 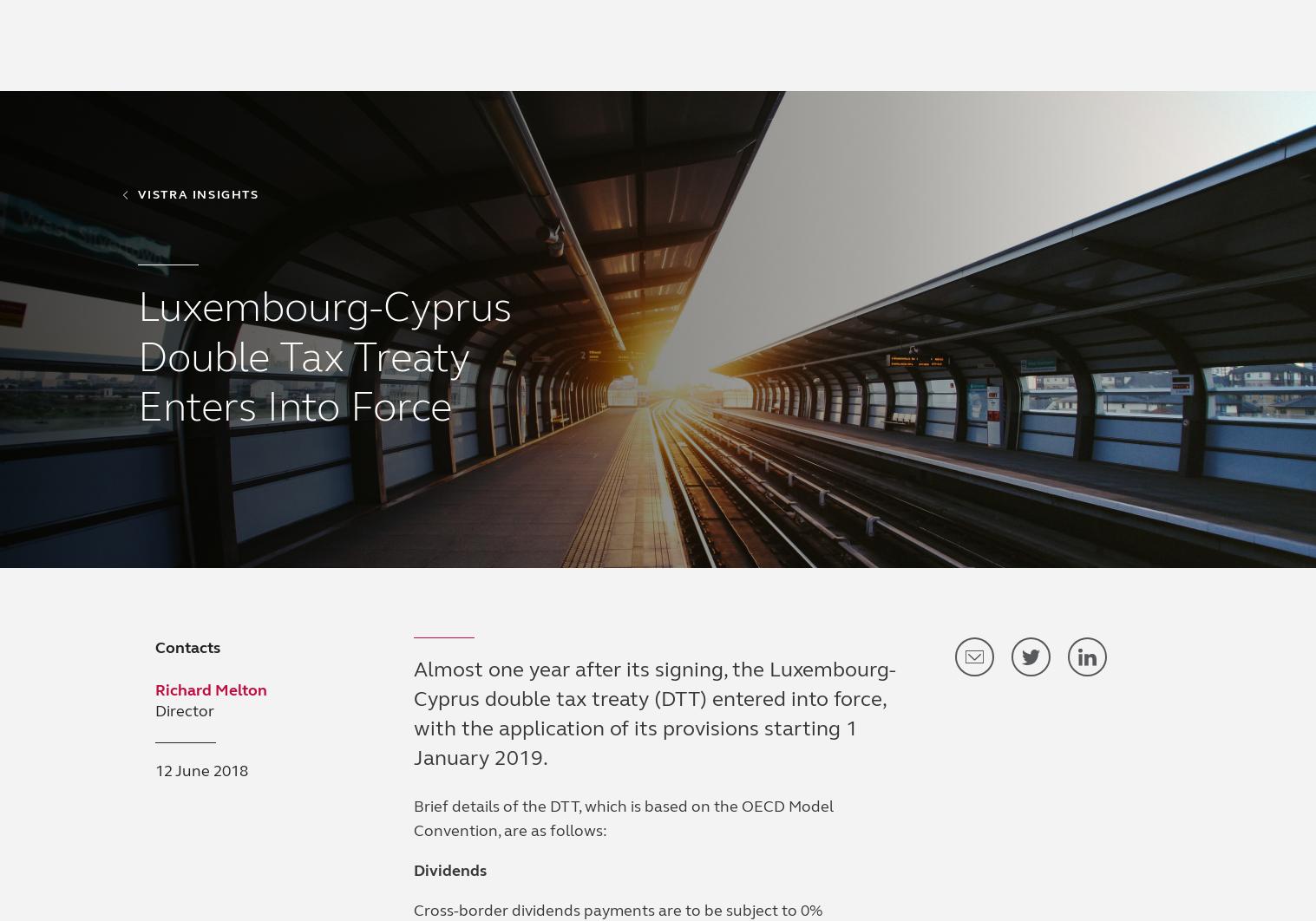 What do you see at coordinates (874, 519) in the screenshot?
I see `'Here's one great way to lower your international expansion risks'` at bounding box center [874, 519].